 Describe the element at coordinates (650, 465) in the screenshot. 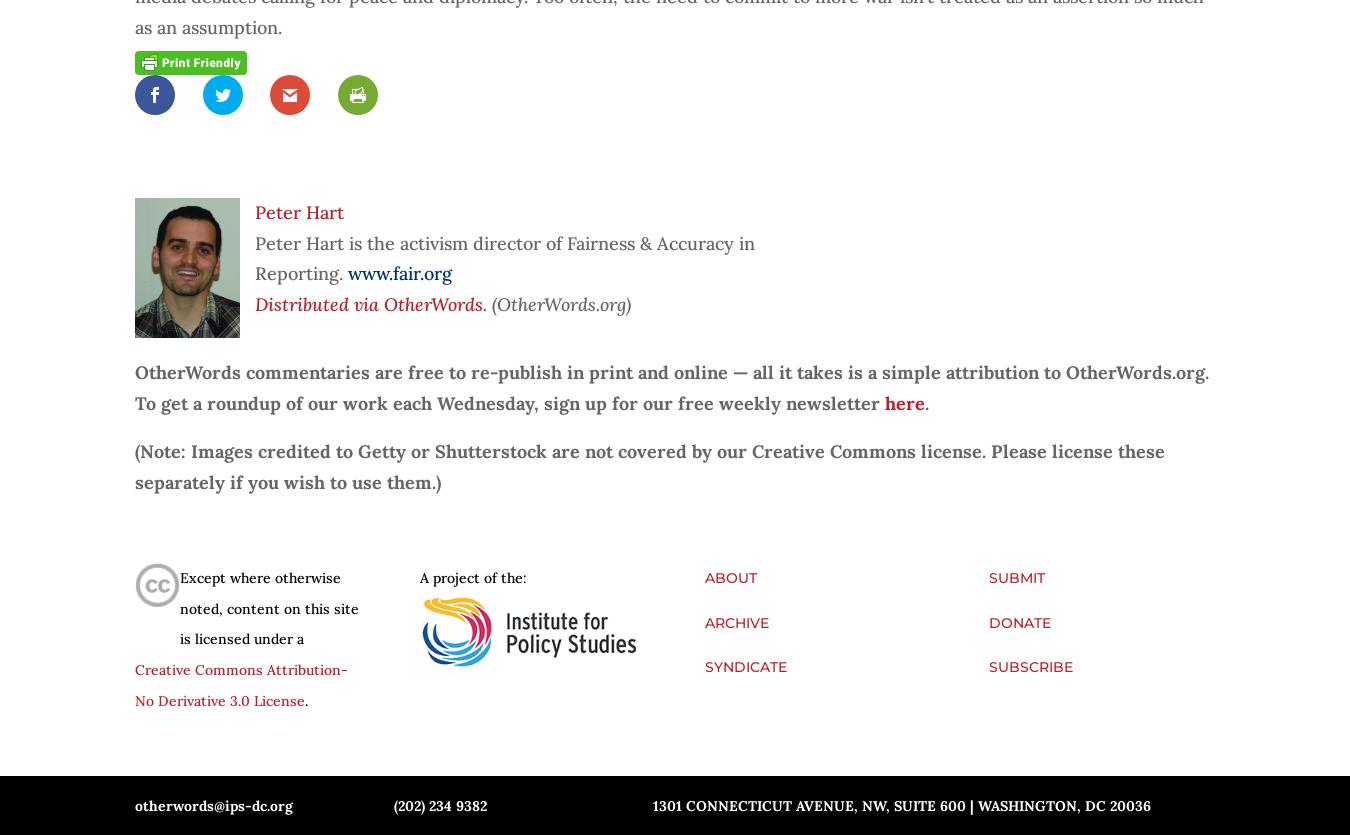

I see `'(Note: Images credited to Getty or Shutterstock are not covered by our Creative Commons license. Please license these separately if you wish to use them.)'` at that location.